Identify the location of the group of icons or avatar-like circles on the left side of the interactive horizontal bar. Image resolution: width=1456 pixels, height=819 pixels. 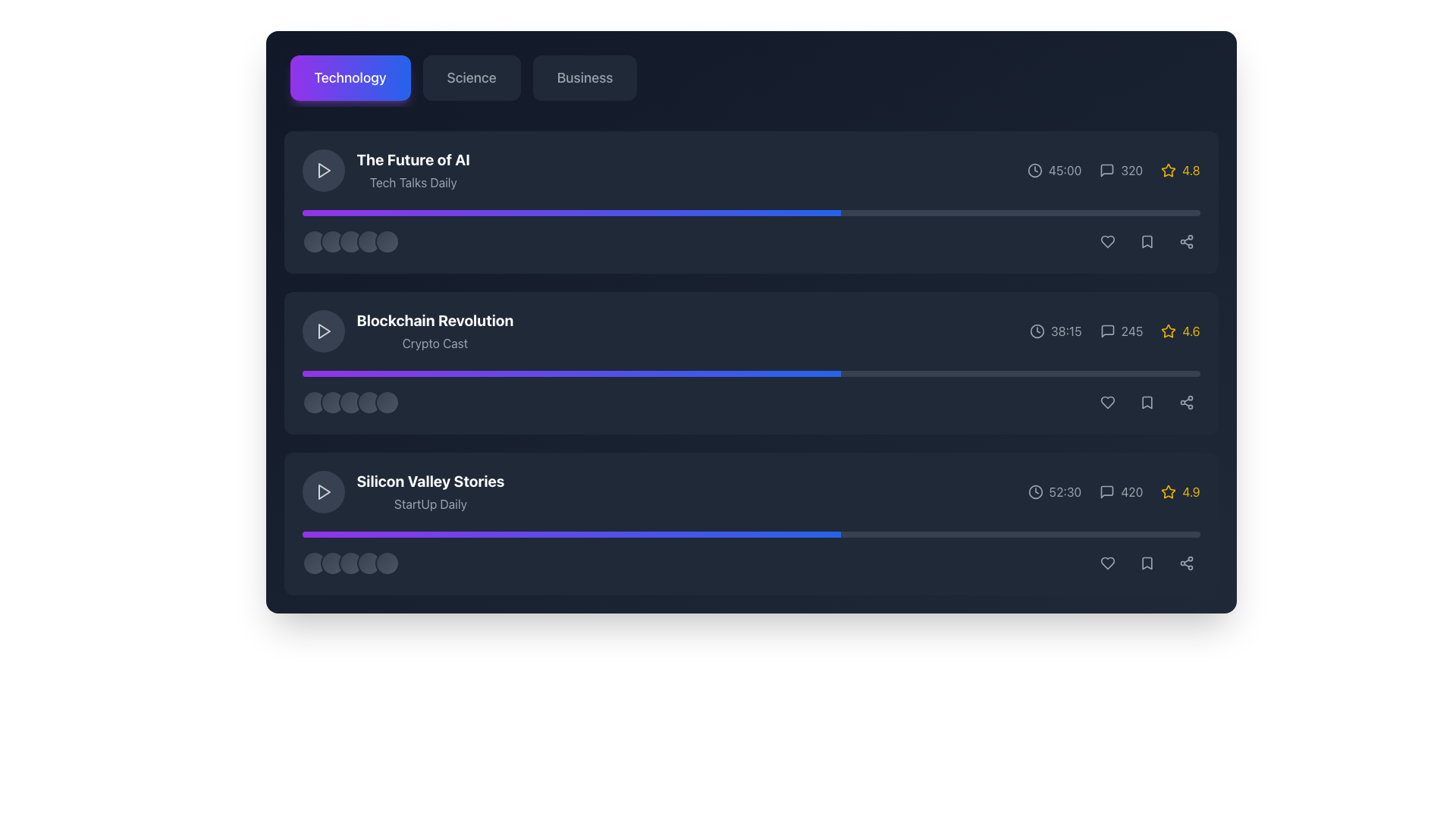
(751, 241).